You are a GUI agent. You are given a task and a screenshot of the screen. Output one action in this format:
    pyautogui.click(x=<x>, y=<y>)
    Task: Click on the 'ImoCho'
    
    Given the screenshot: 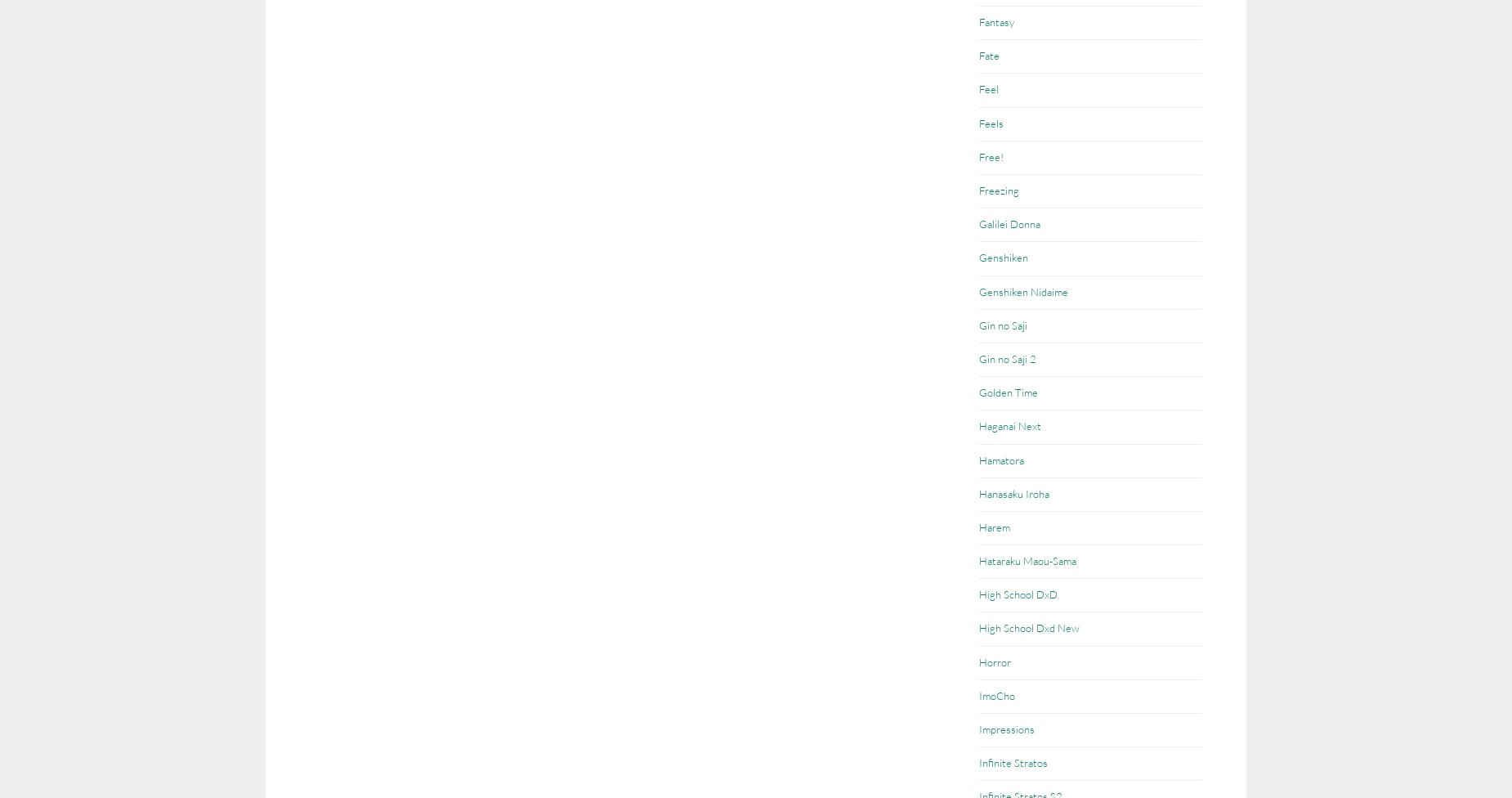 What is the action you would take?
    pyautogui.click(x=996, y=694)
    